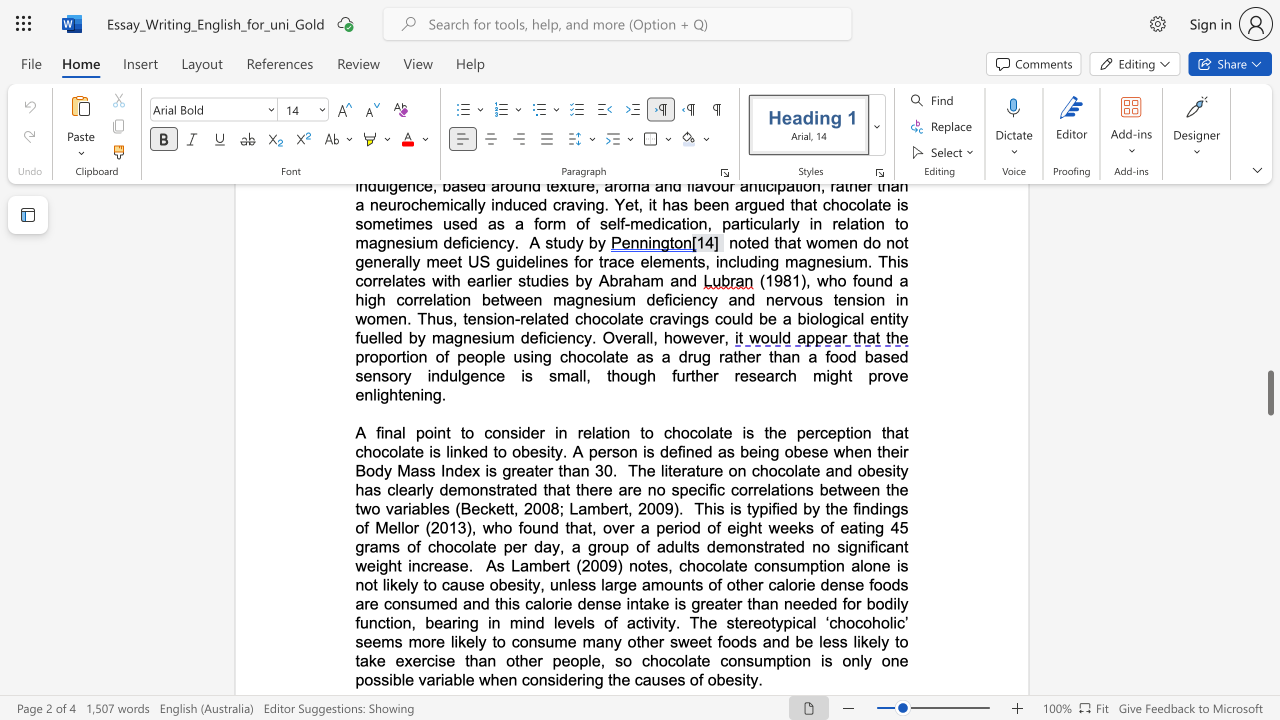  What do you see at coordinates (1269, 280) in the screenshot?
I see `the scrollbar on the right to move the page upward` at bounding box center [1269, 280].